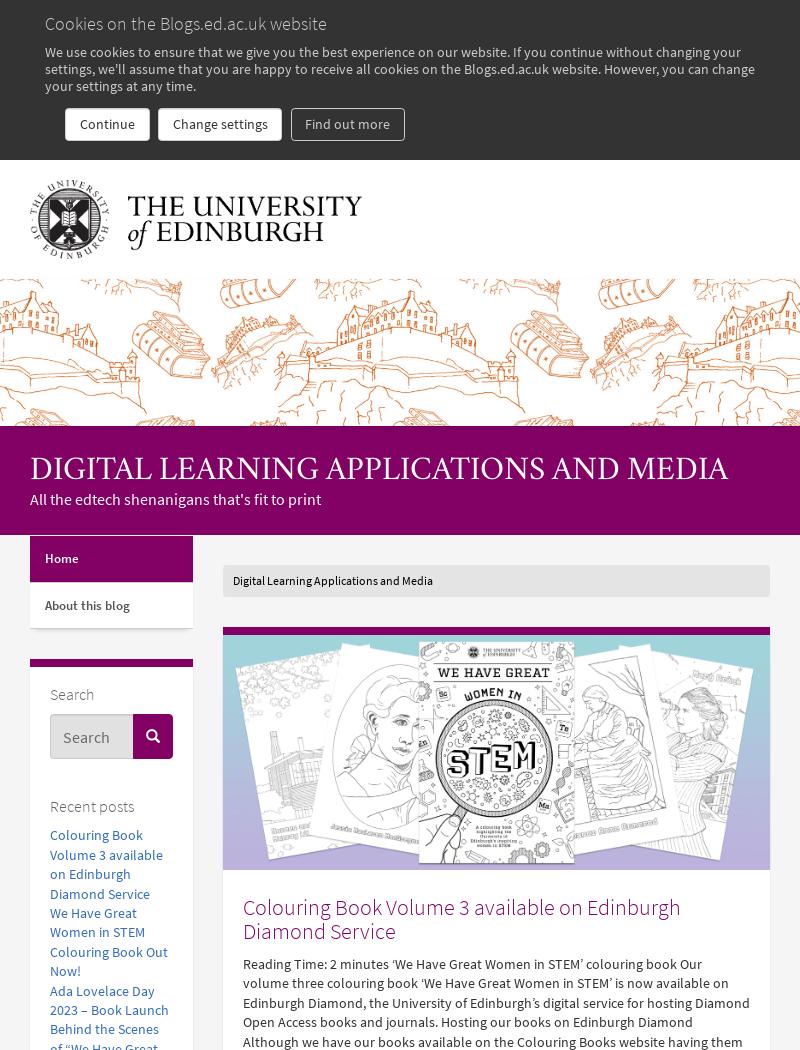  Describe the element at coordinates (61, 558) in the screenshot. I see `'Home'` at that location.